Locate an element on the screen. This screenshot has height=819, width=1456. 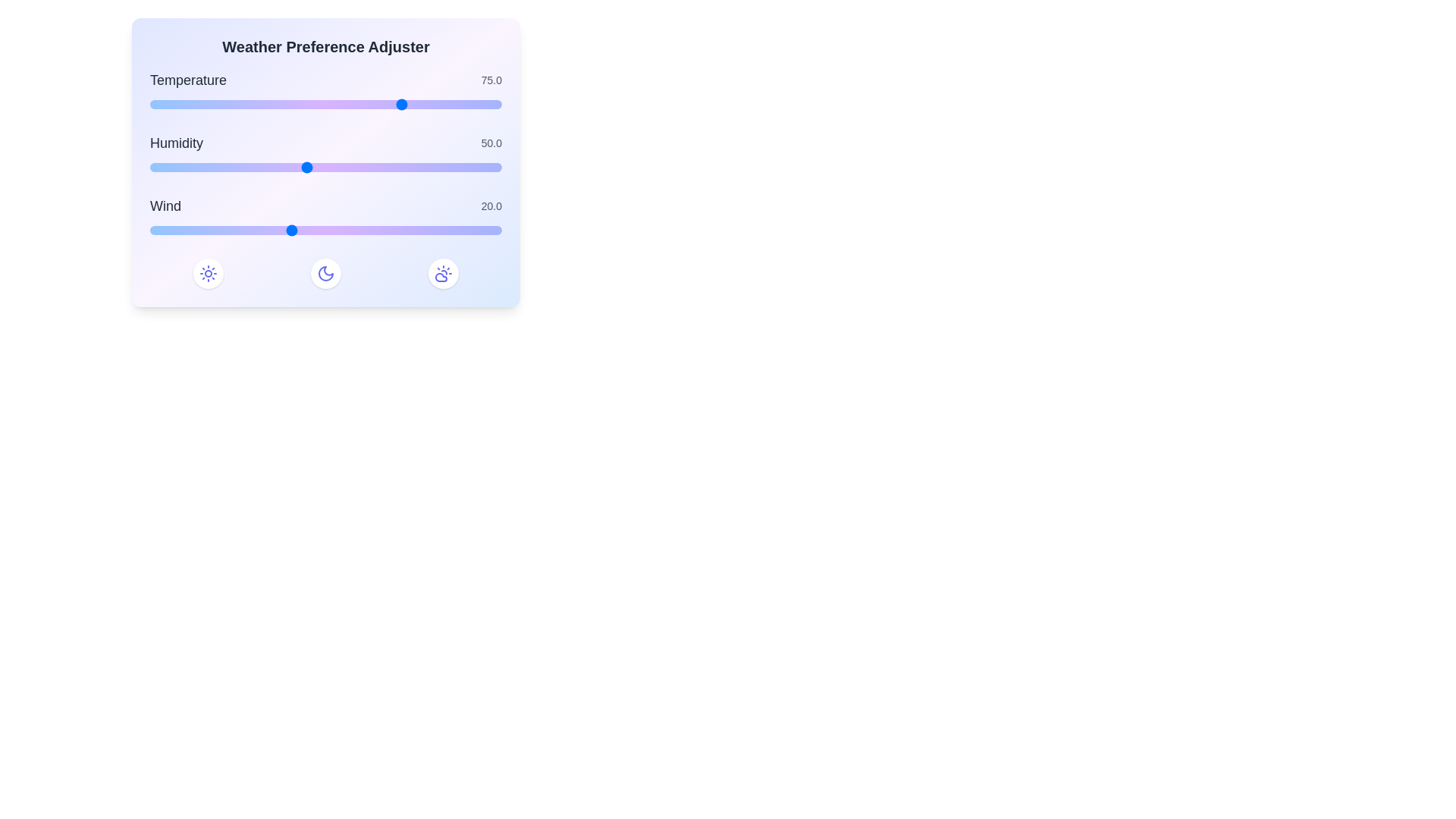
the descriptive heading text label at the top center of the card that informs the user about weather attributes like temperature, humidity, and wind is located at coordinates (325, 45).